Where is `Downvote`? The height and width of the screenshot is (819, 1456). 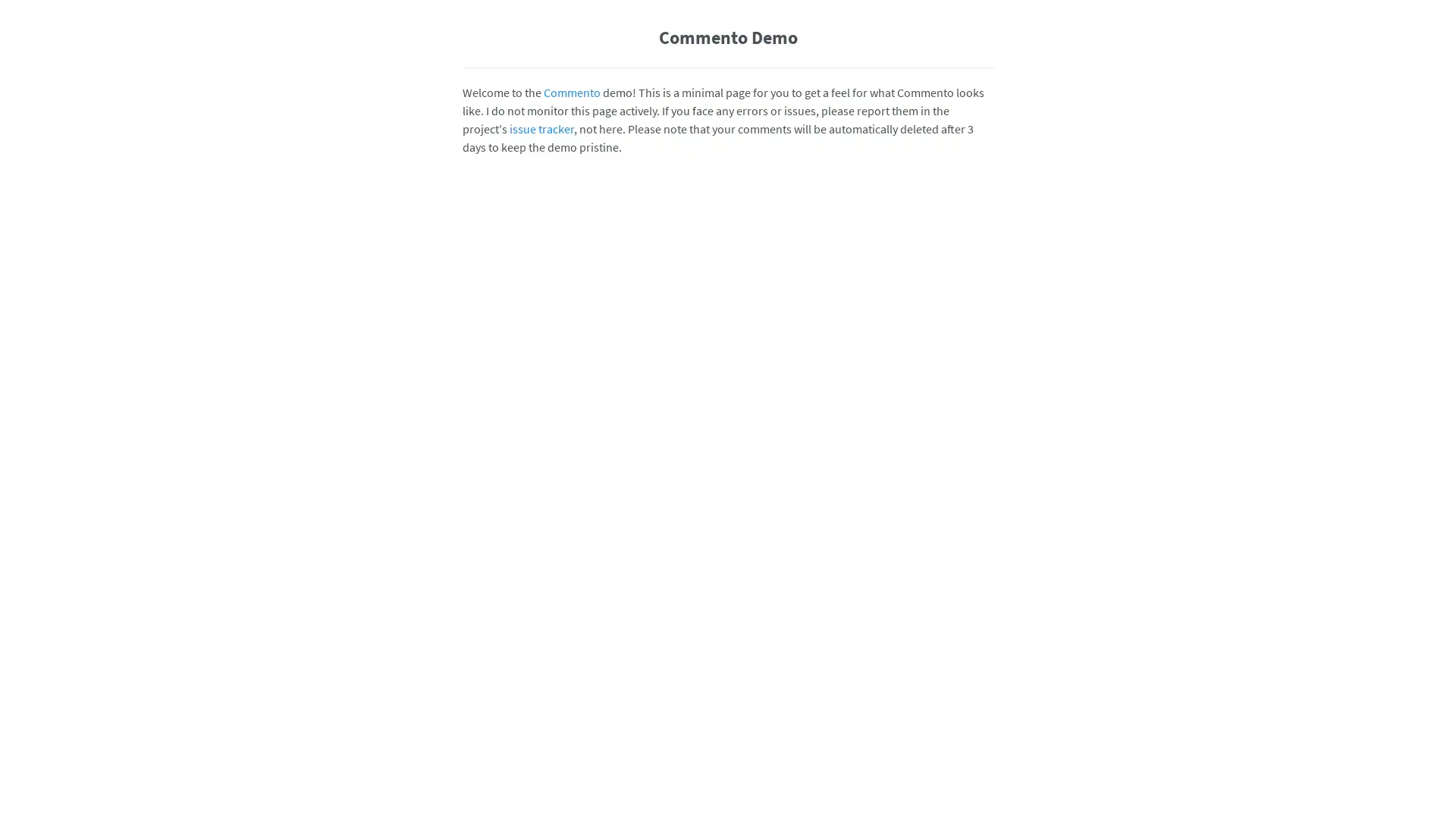 Downvote is located at coordinates (959, 701).